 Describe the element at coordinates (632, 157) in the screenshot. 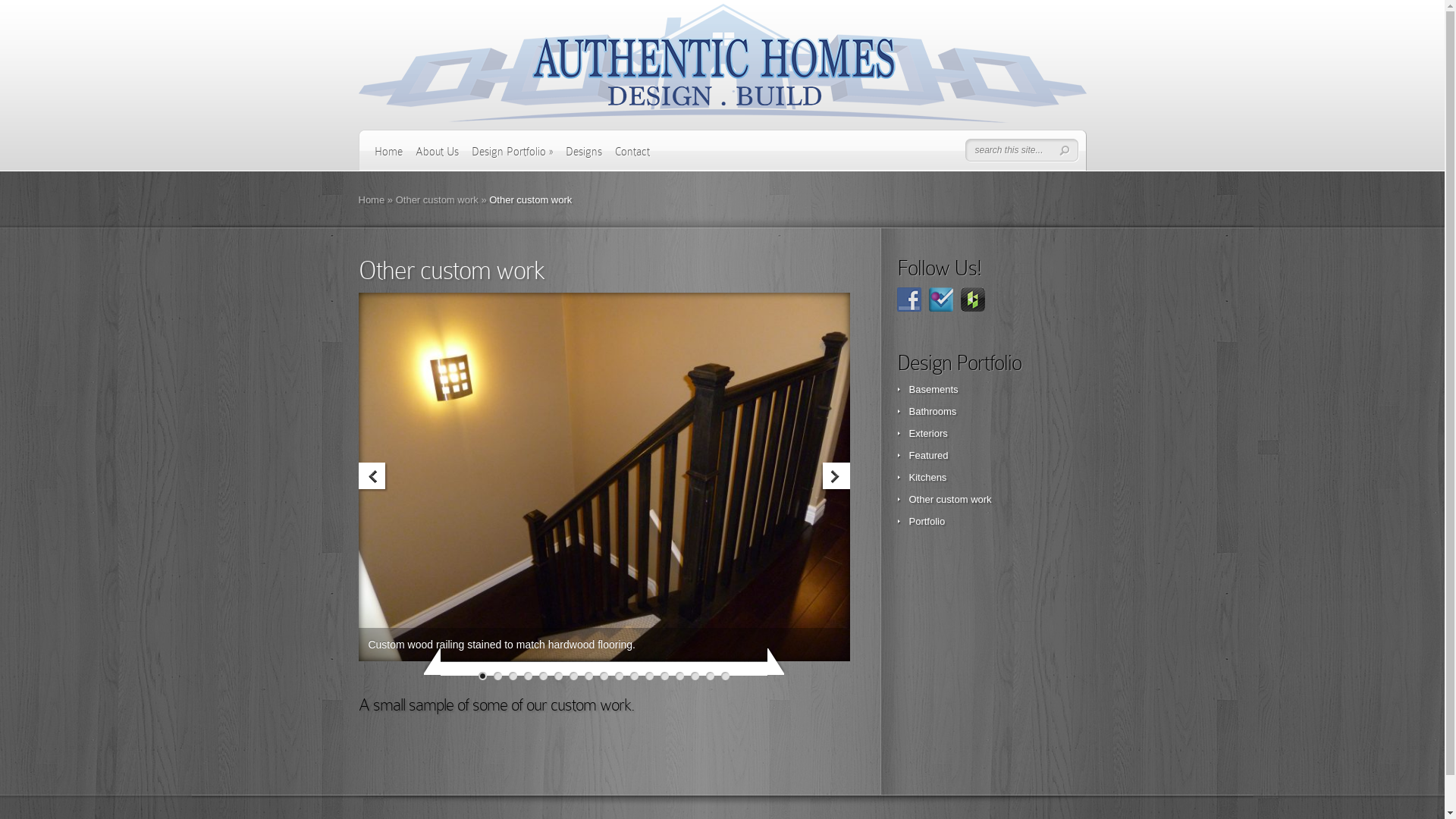

I see `'Contact'` at that location.